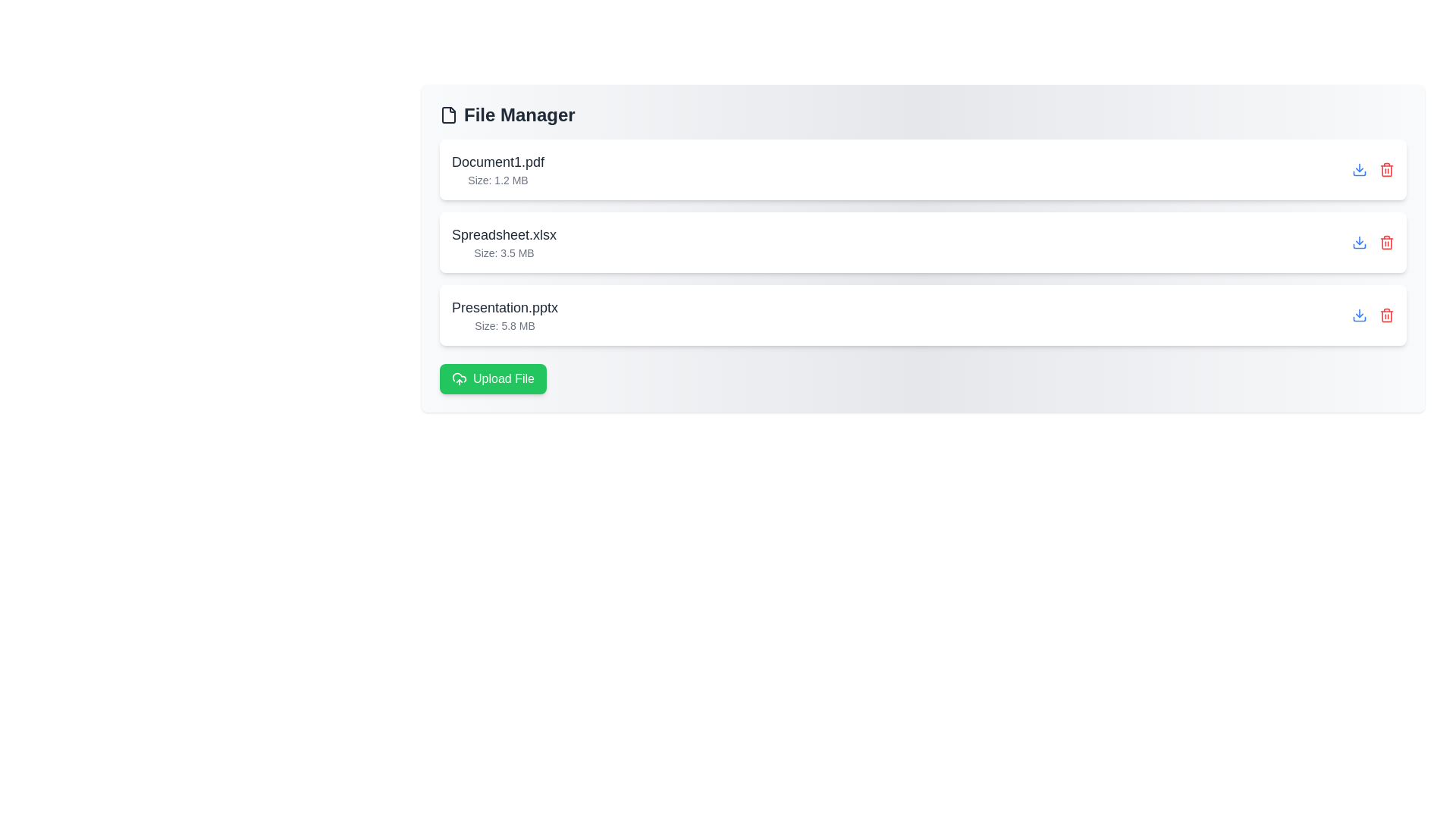  What do you see at coordinates (1386, 315) in the screenshot?
I see `delete button for the file named Presentation.pptx` at bounding box center [1386, 315].